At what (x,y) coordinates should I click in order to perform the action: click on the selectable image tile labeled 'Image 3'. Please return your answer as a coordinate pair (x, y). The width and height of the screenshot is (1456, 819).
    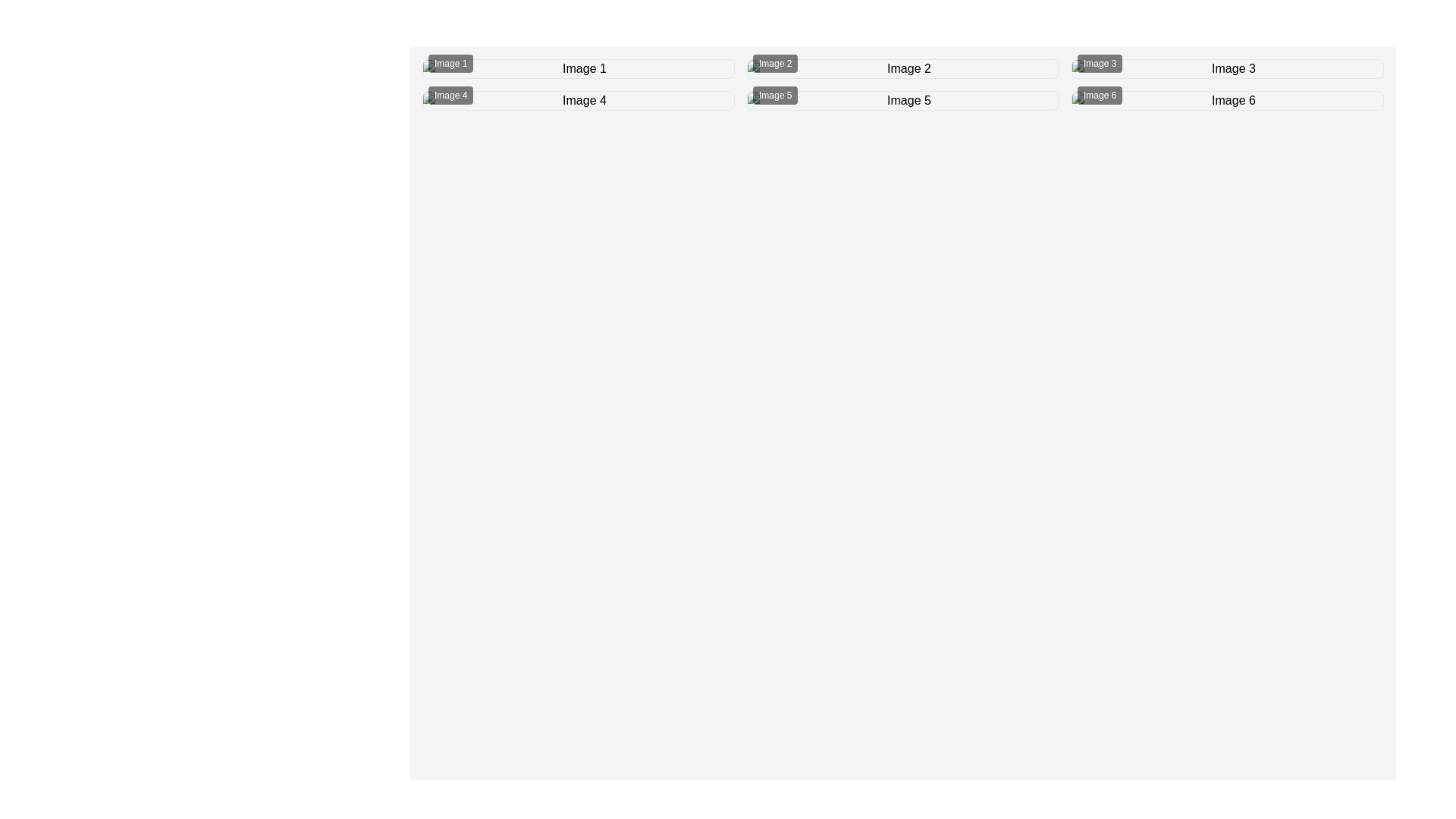
    Looking at the image, I should click on (1227, 69).